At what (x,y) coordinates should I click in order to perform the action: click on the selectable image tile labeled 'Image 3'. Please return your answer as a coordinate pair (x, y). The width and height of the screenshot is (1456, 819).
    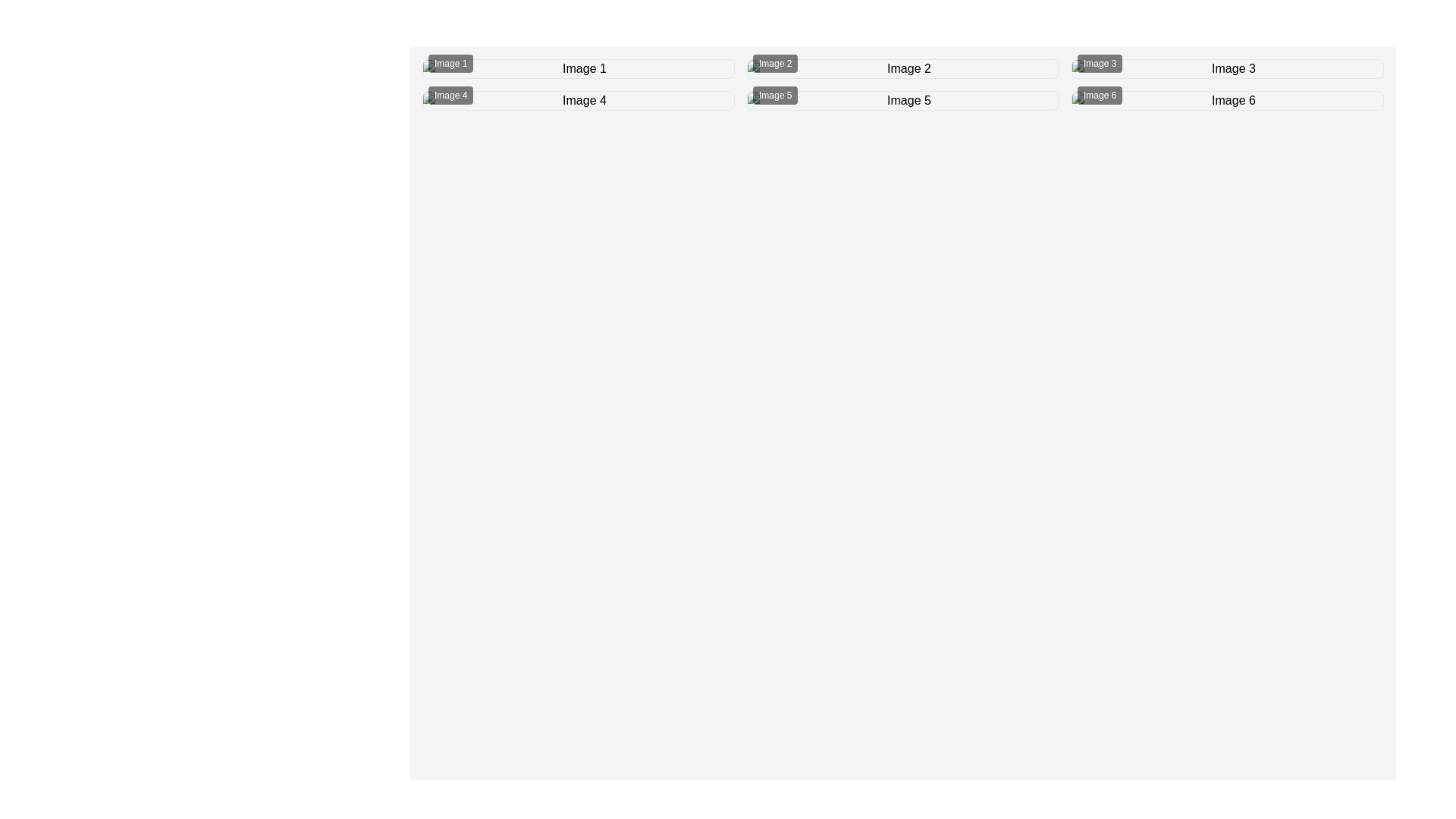
    Looking at the image, I should click on (1227, 69).